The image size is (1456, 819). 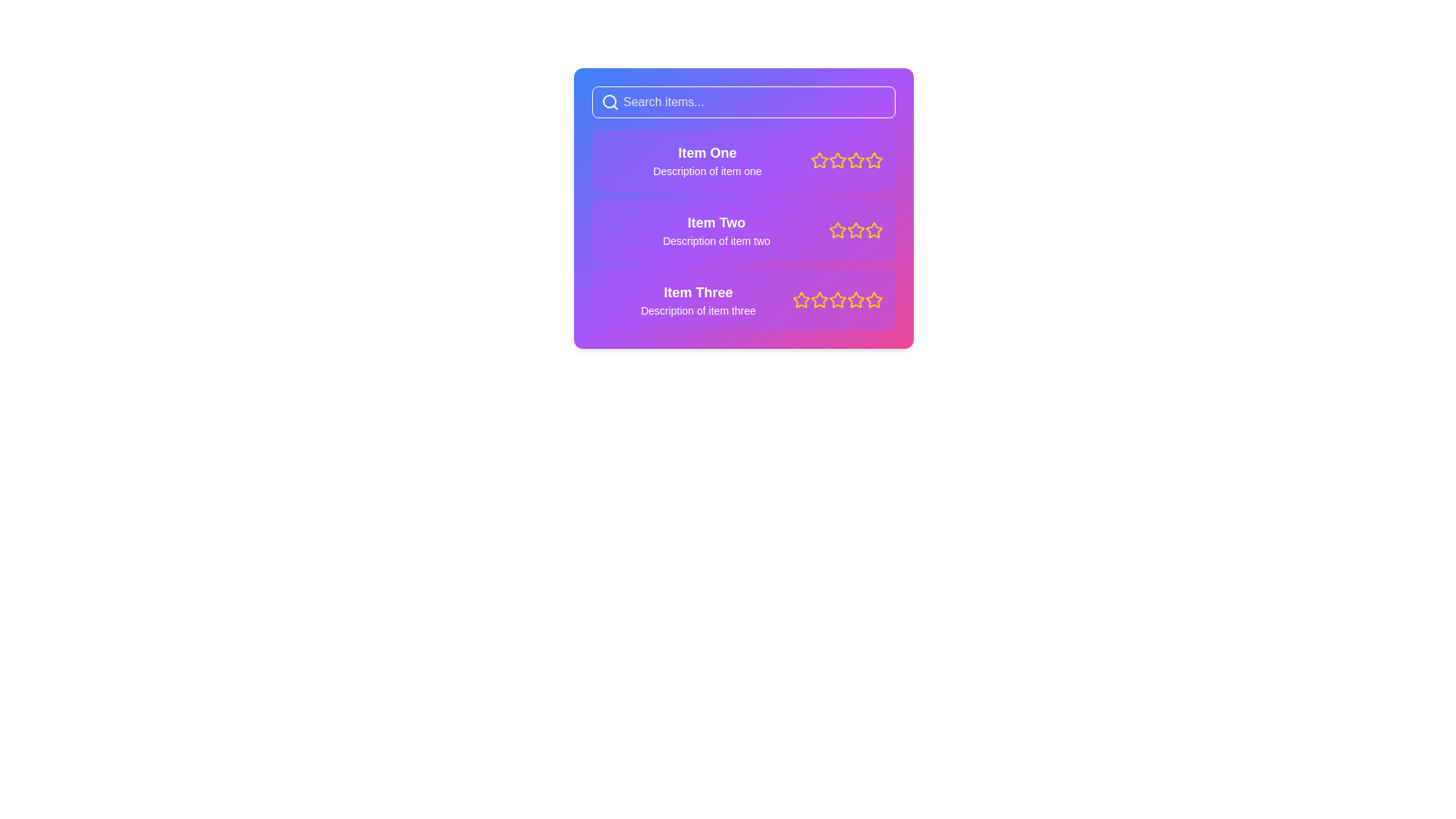 I want to click on the star in the second card of the vertical list, so click(x=743, y=208).